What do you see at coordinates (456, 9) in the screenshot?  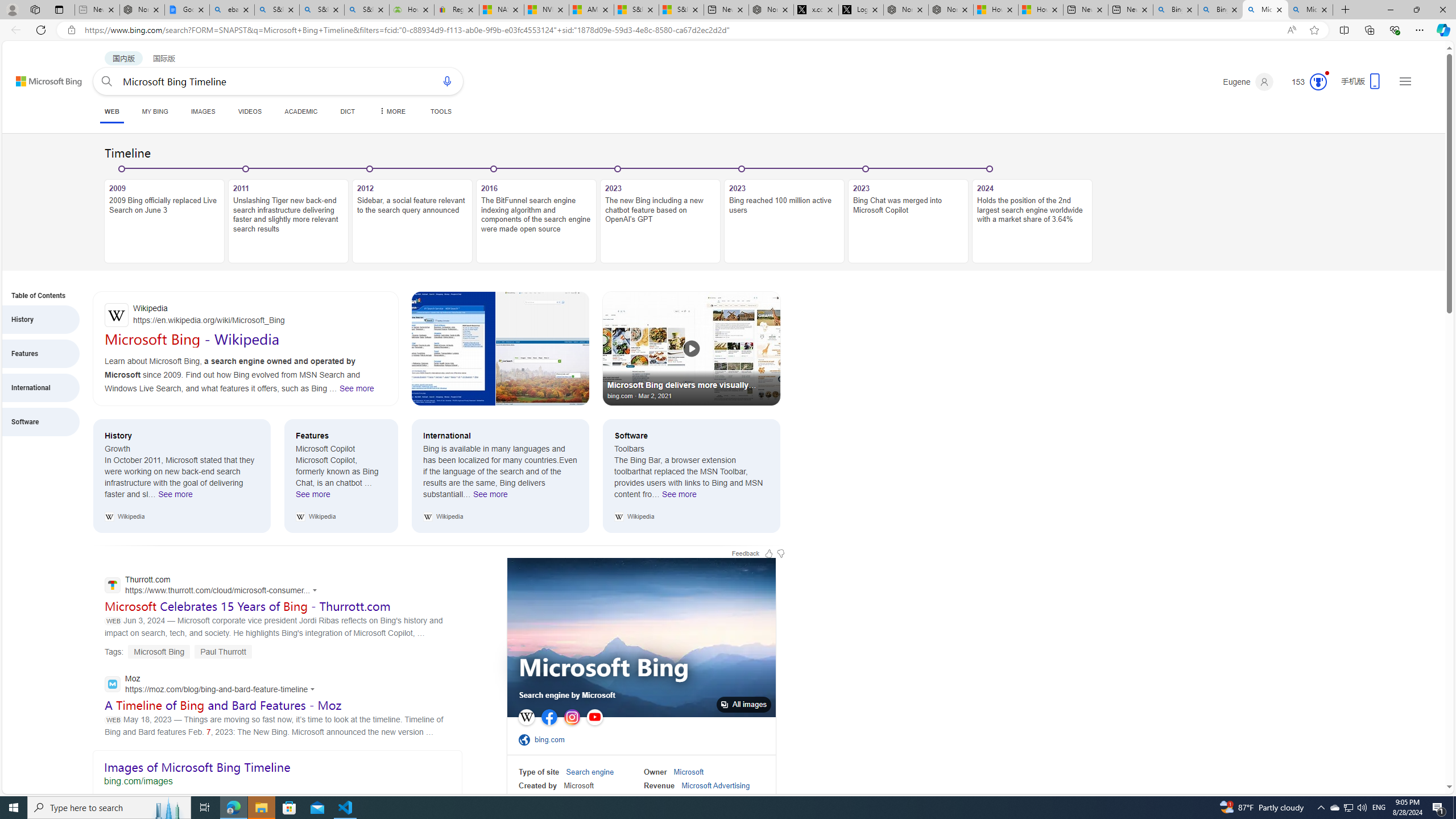 I see `'Register: Create a personal eBay account'` at bounding box center [456, 9].